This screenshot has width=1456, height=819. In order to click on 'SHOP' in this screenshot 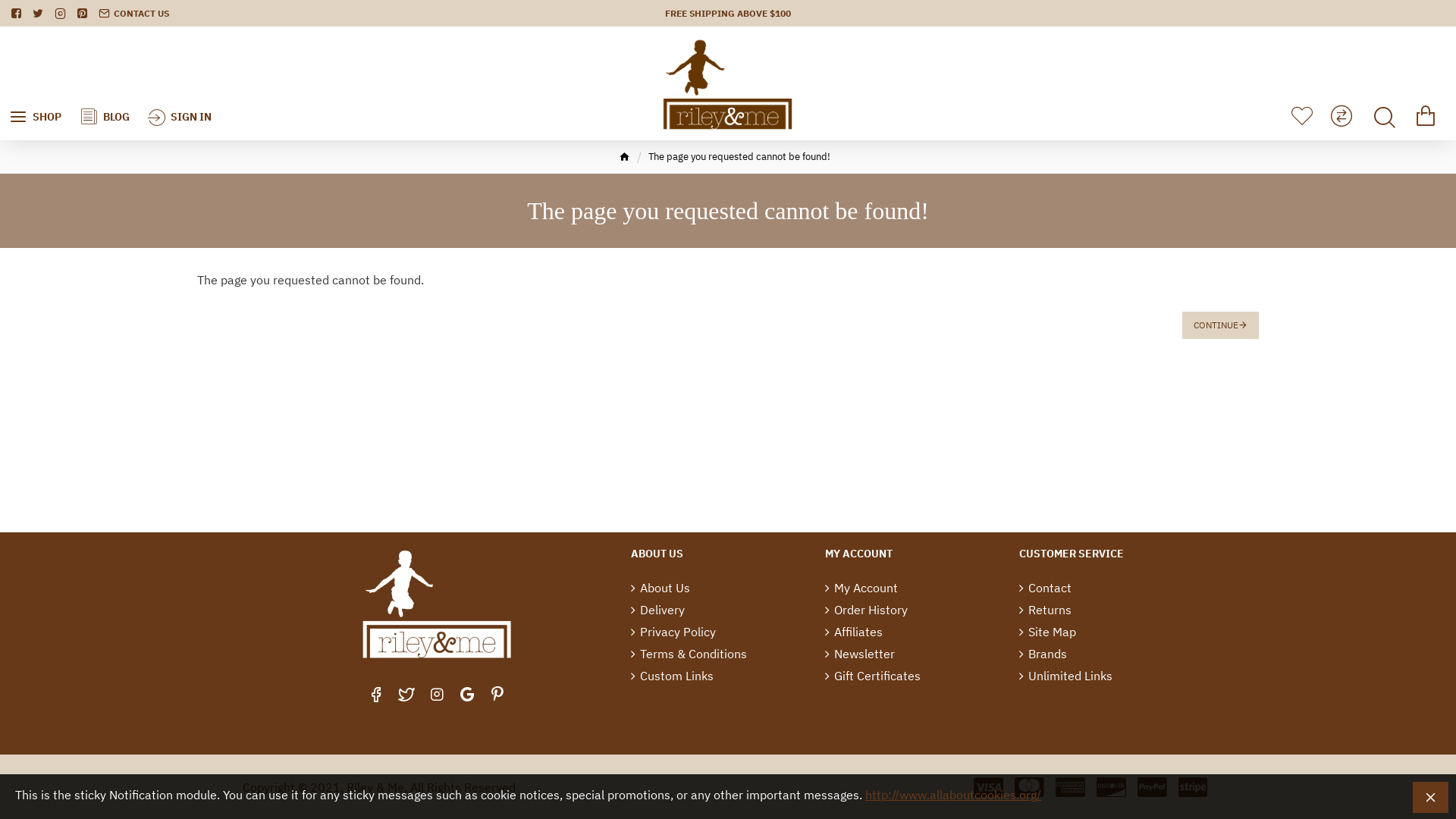, I will do `click(35, 83)`.